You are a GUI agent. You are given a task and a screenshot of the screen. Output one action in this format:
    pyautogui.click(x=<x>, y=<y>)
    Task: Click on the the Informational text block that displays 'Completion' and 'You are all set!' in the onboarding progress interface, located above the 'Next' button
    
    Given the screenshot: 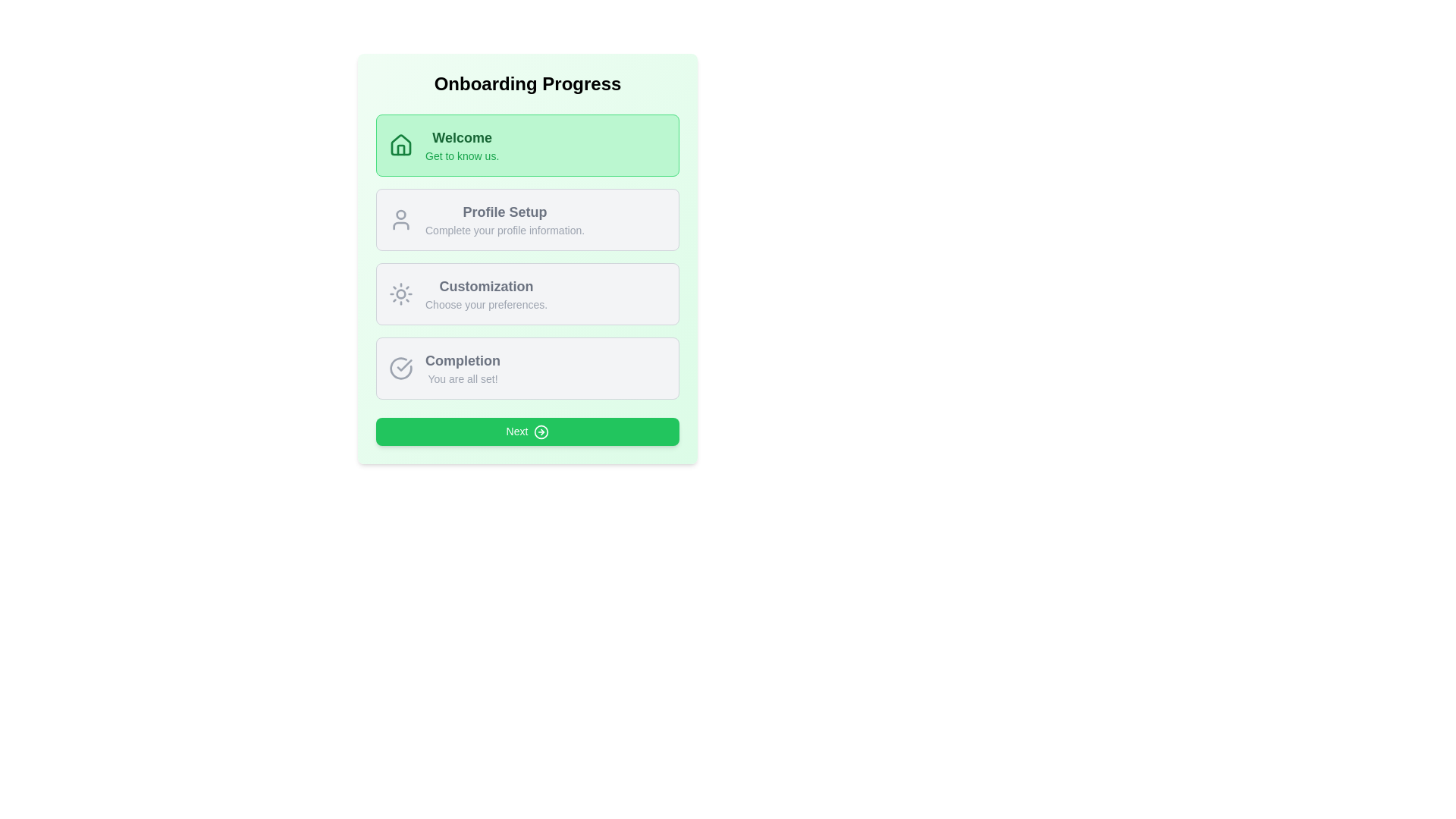 What is the action you would take?
    pyautogui.click(x=462, y=369)
    